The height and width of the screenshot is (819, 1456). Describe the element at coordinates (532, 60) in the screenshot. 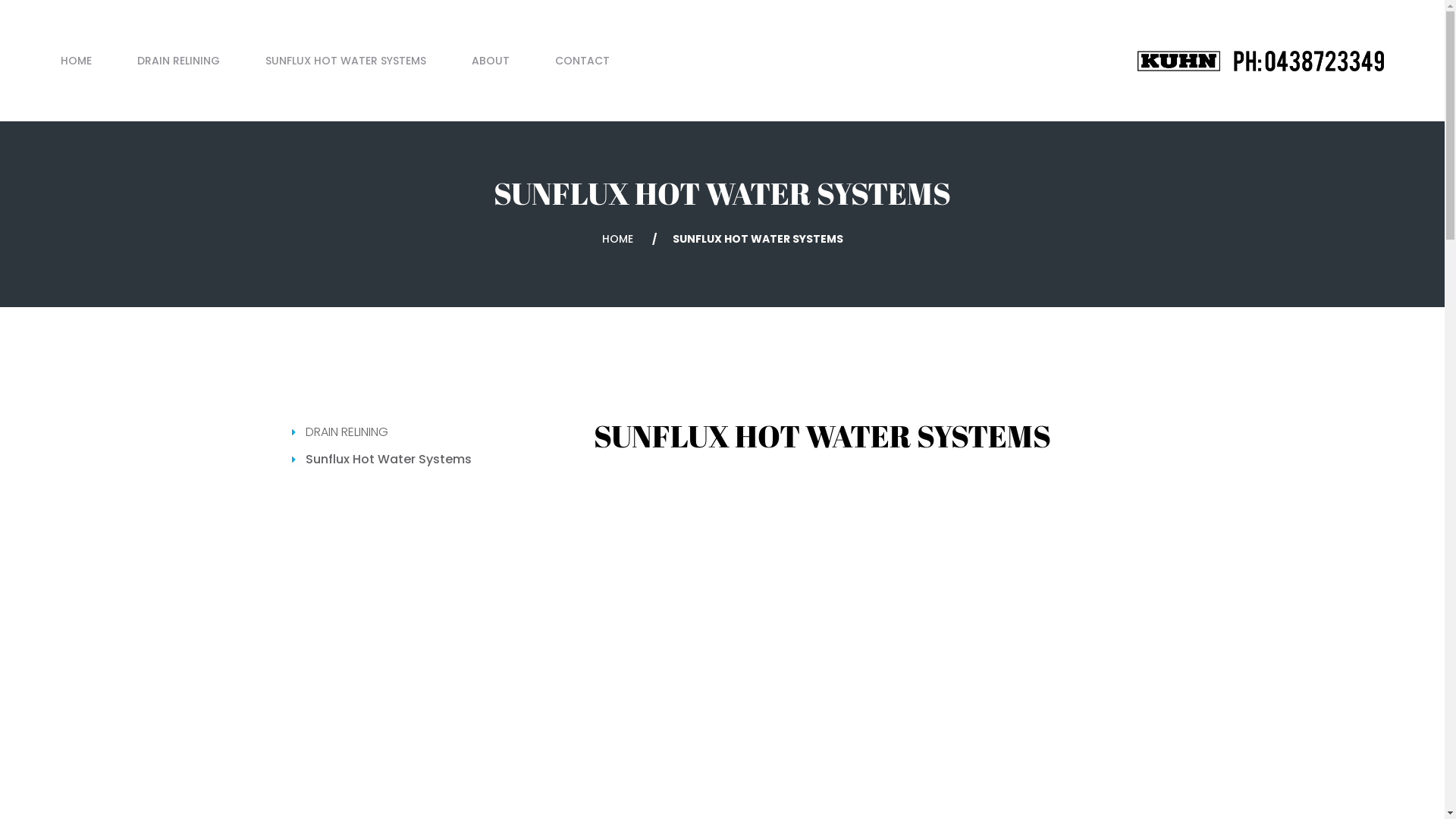

I see `'CONTACT'` at that location.